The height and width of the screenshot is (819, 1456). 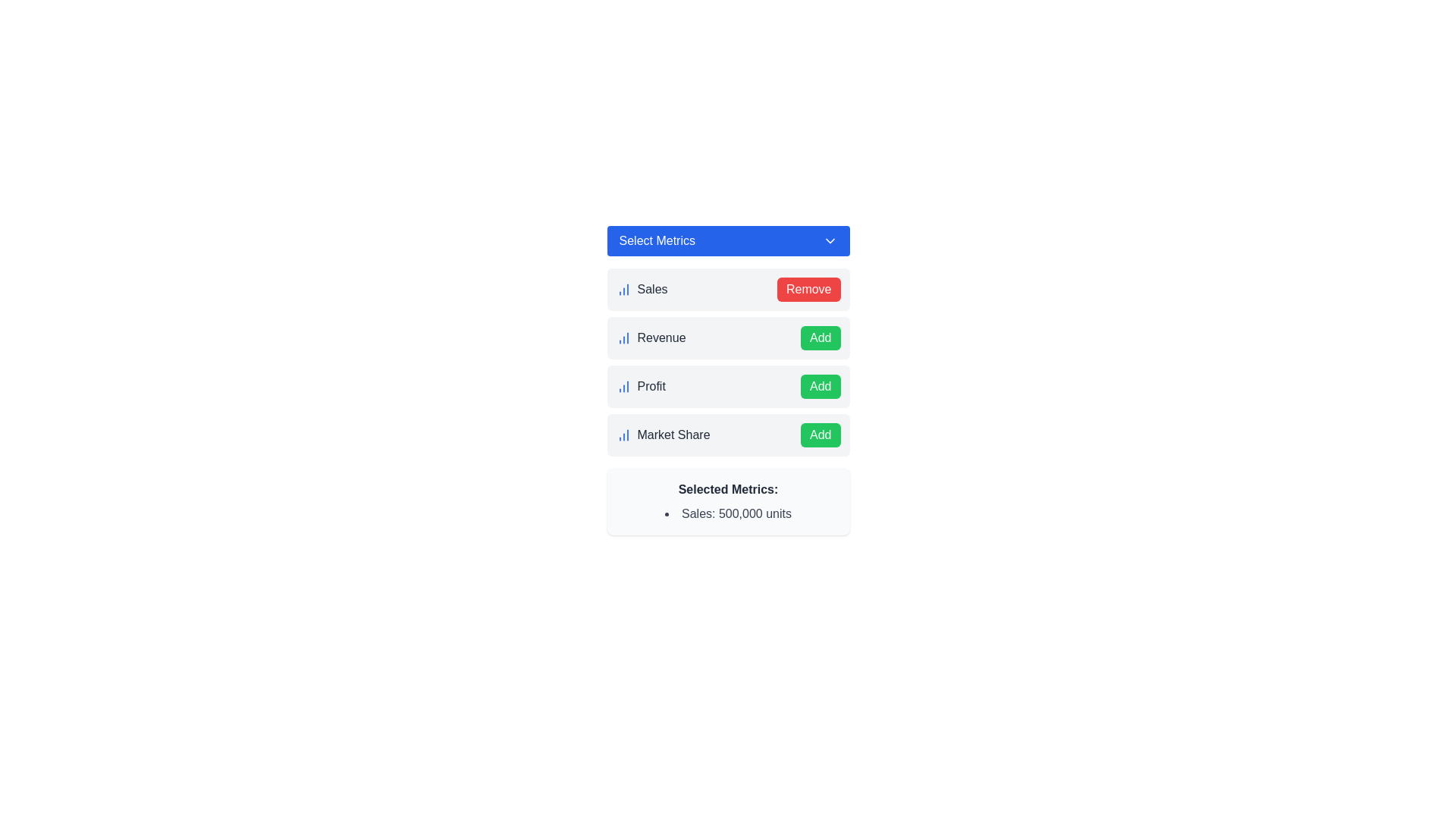 What do you see at coordinates (662, 435) in the screenshot?
I see `the label with an embedded blue icon that represents a selectable metric option, located in the leftmost position of its row, below 'Sales', 'Revenue', and 'Profit', and above 'Selected Metrics'` at bounding box center [662, 435].